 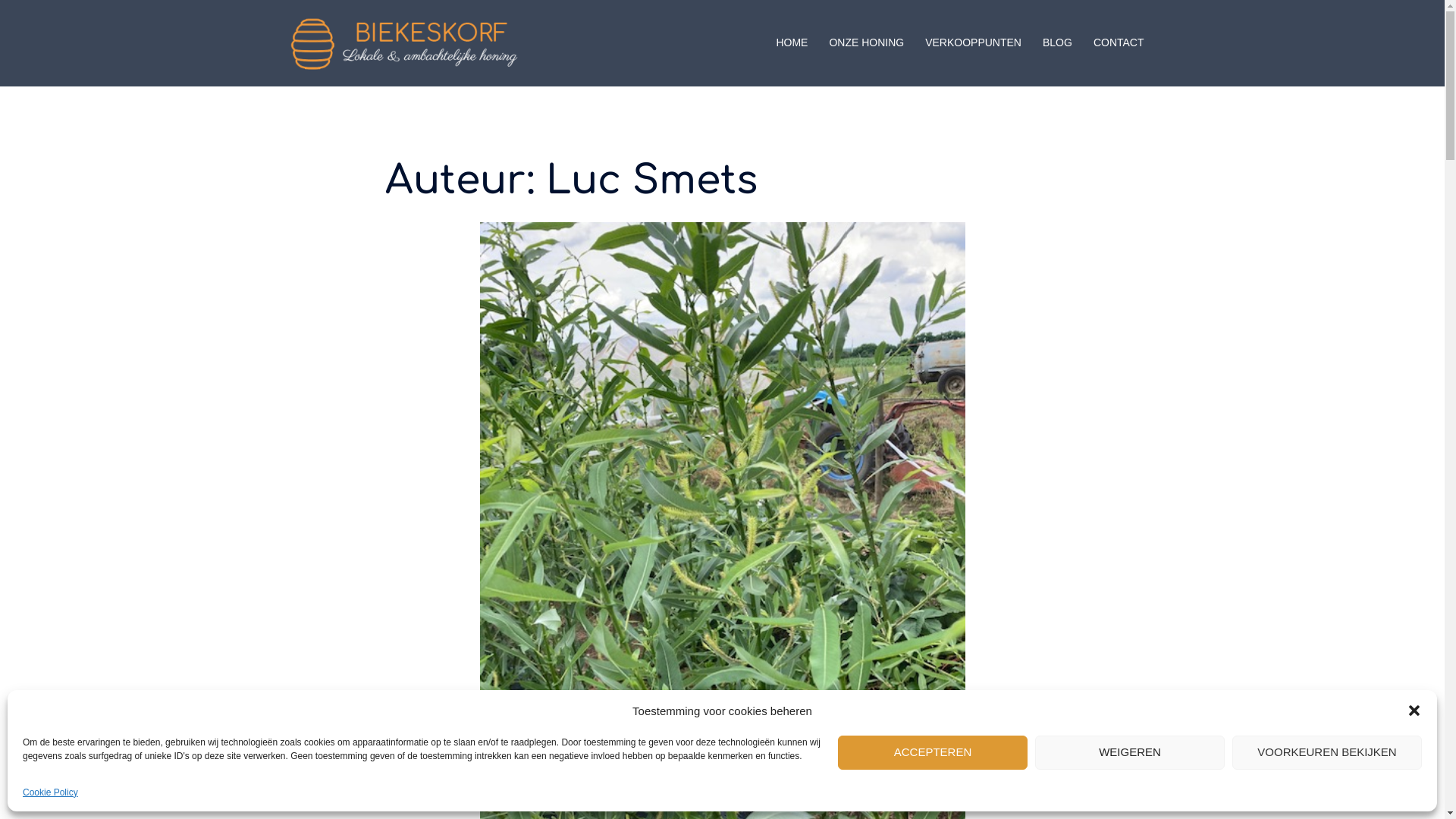 I want to click on 'ACCEPTEREN', so click(x=931, y=752).